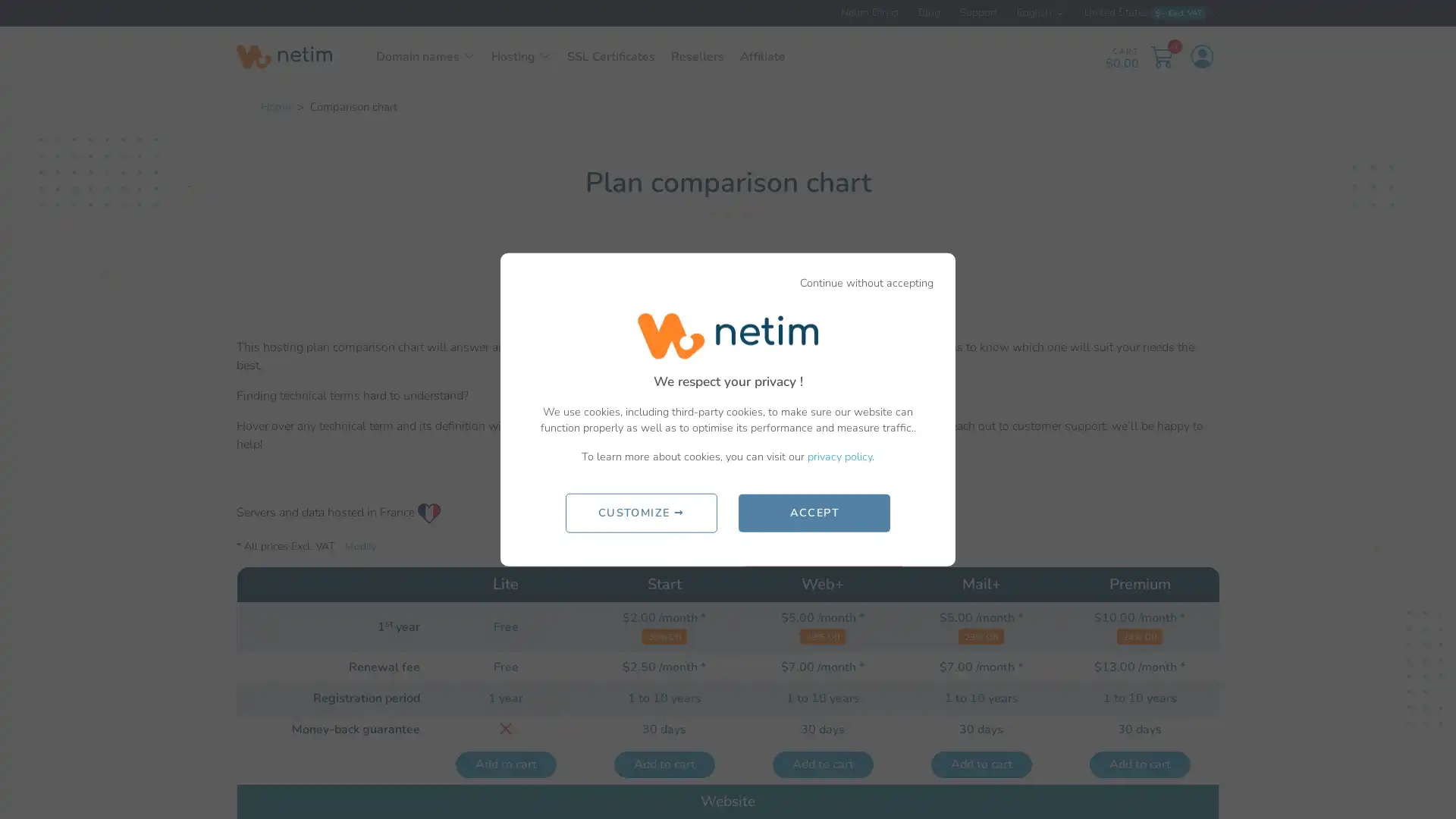  Describe the element at coordinates (640, 512) in the screenshot. I see `CUSTOMIZE` at that location.